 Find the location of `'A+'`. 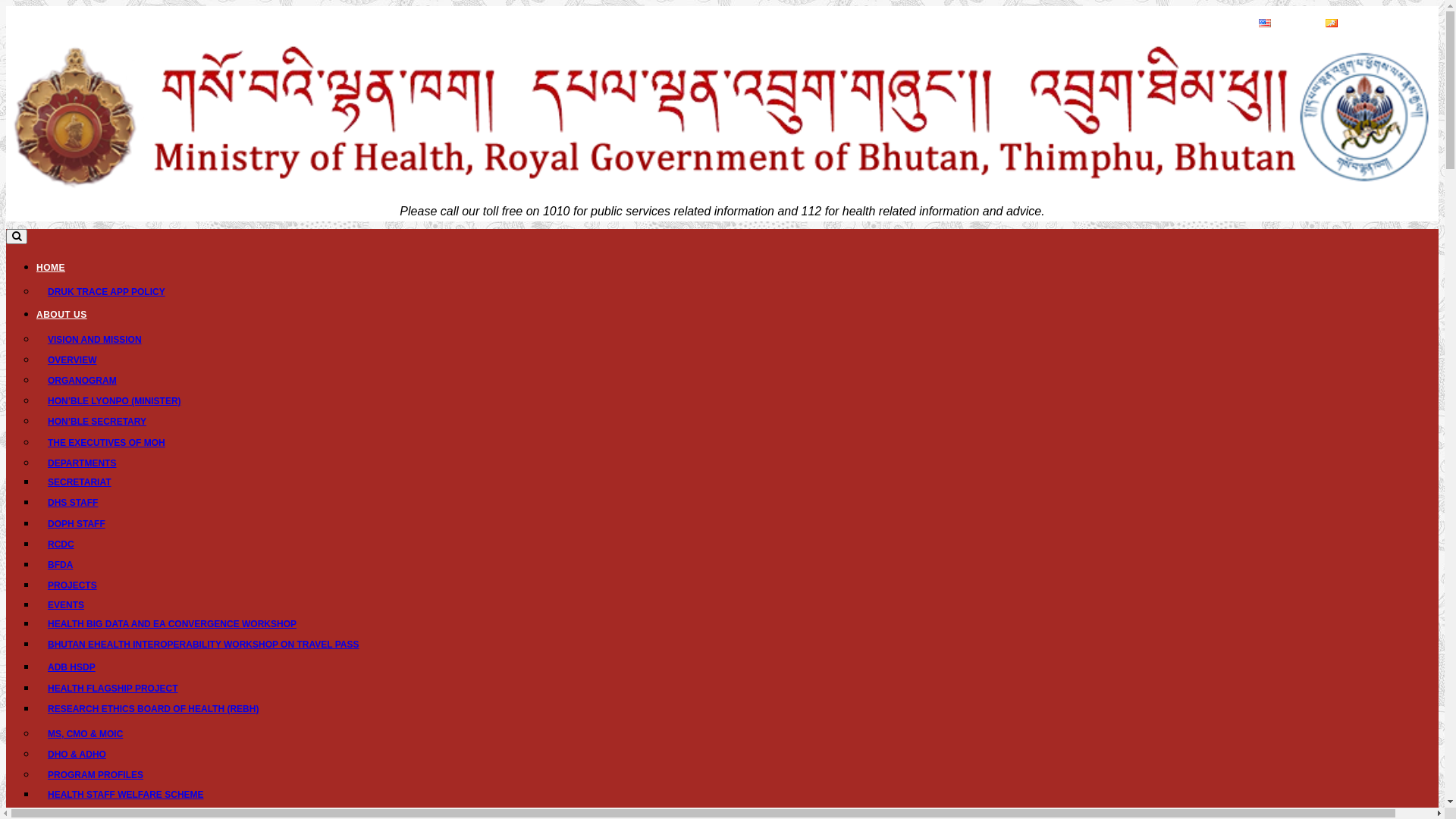

'A+' is located at coordinates (1427, 20).